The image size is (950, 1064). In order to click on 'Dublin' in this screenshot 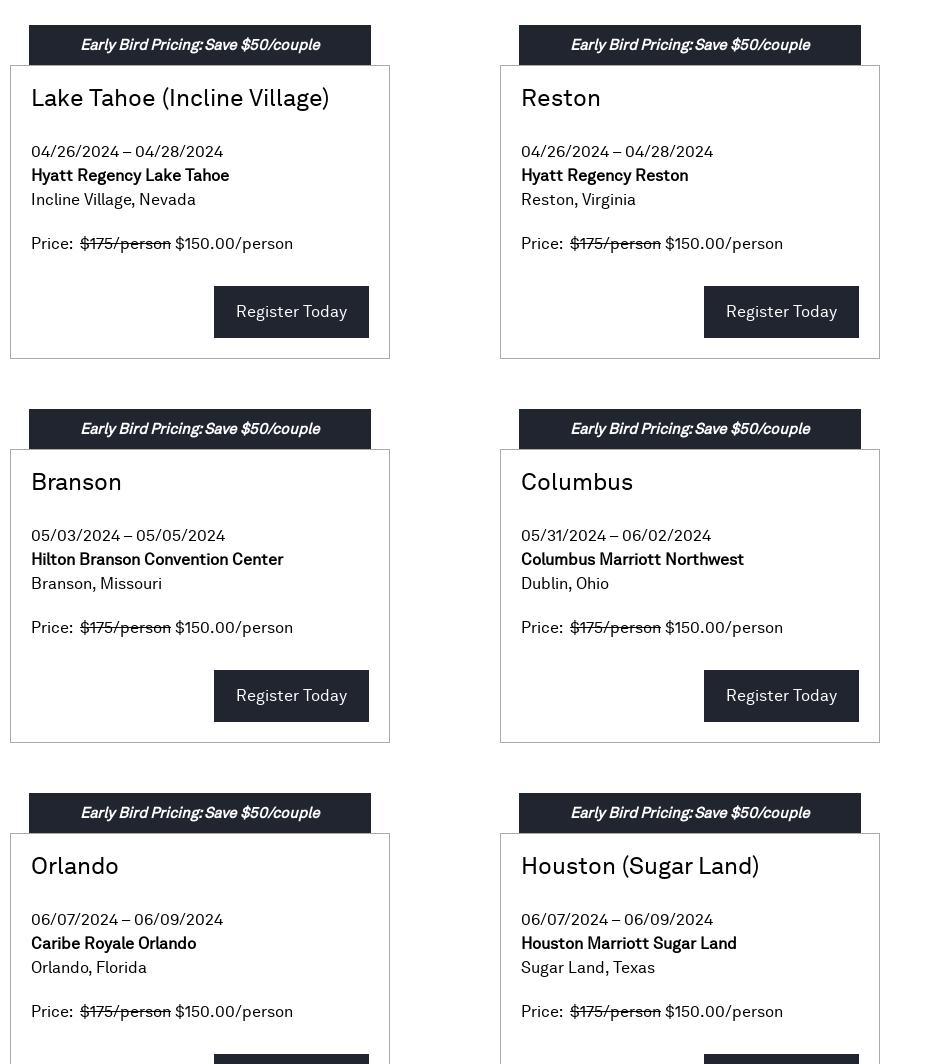, I will do `click(520, 583)`.